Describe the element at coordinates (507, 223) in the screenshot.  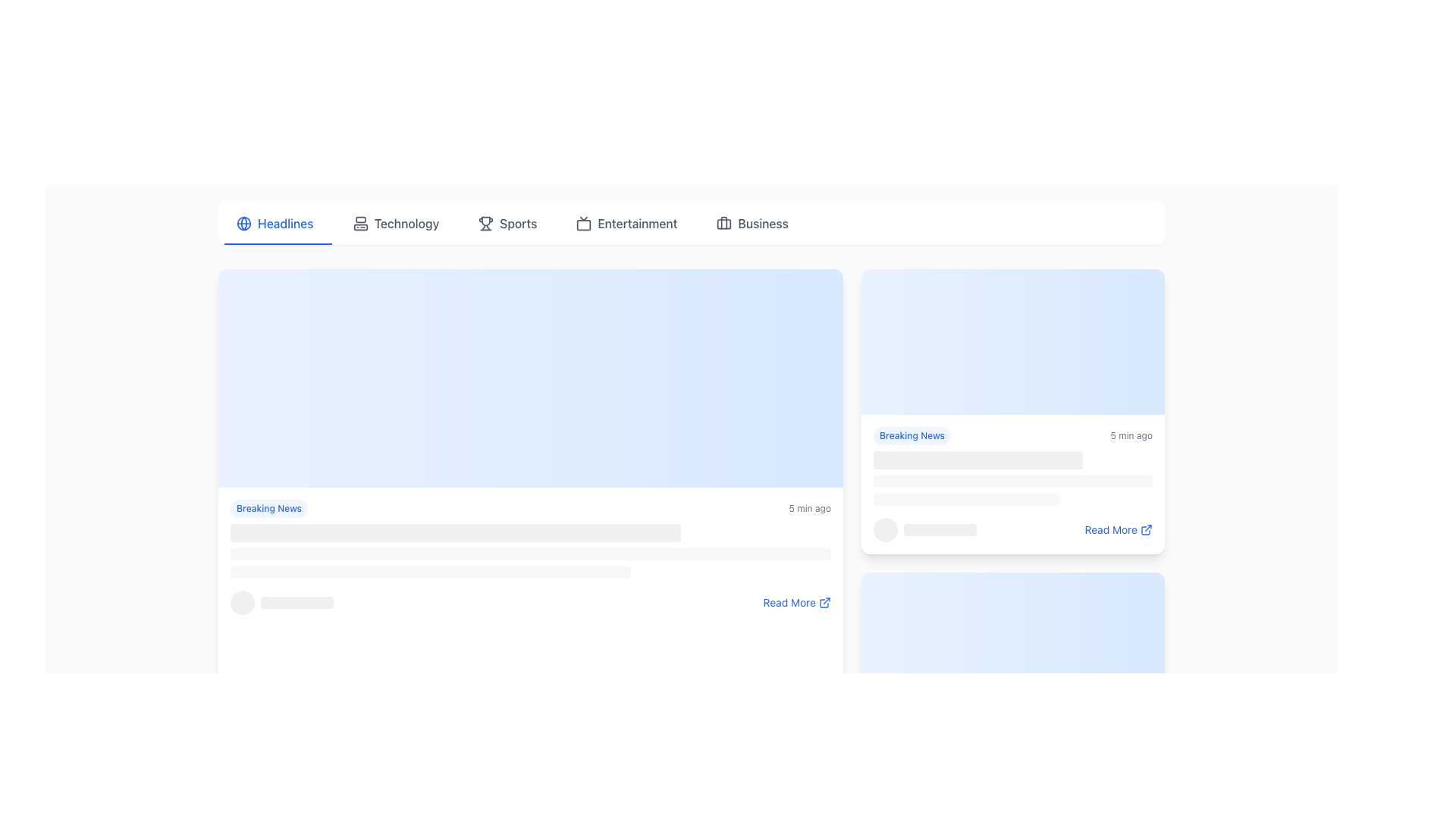
I see `the Navigation Tab labeled 'Sports'` at that location.